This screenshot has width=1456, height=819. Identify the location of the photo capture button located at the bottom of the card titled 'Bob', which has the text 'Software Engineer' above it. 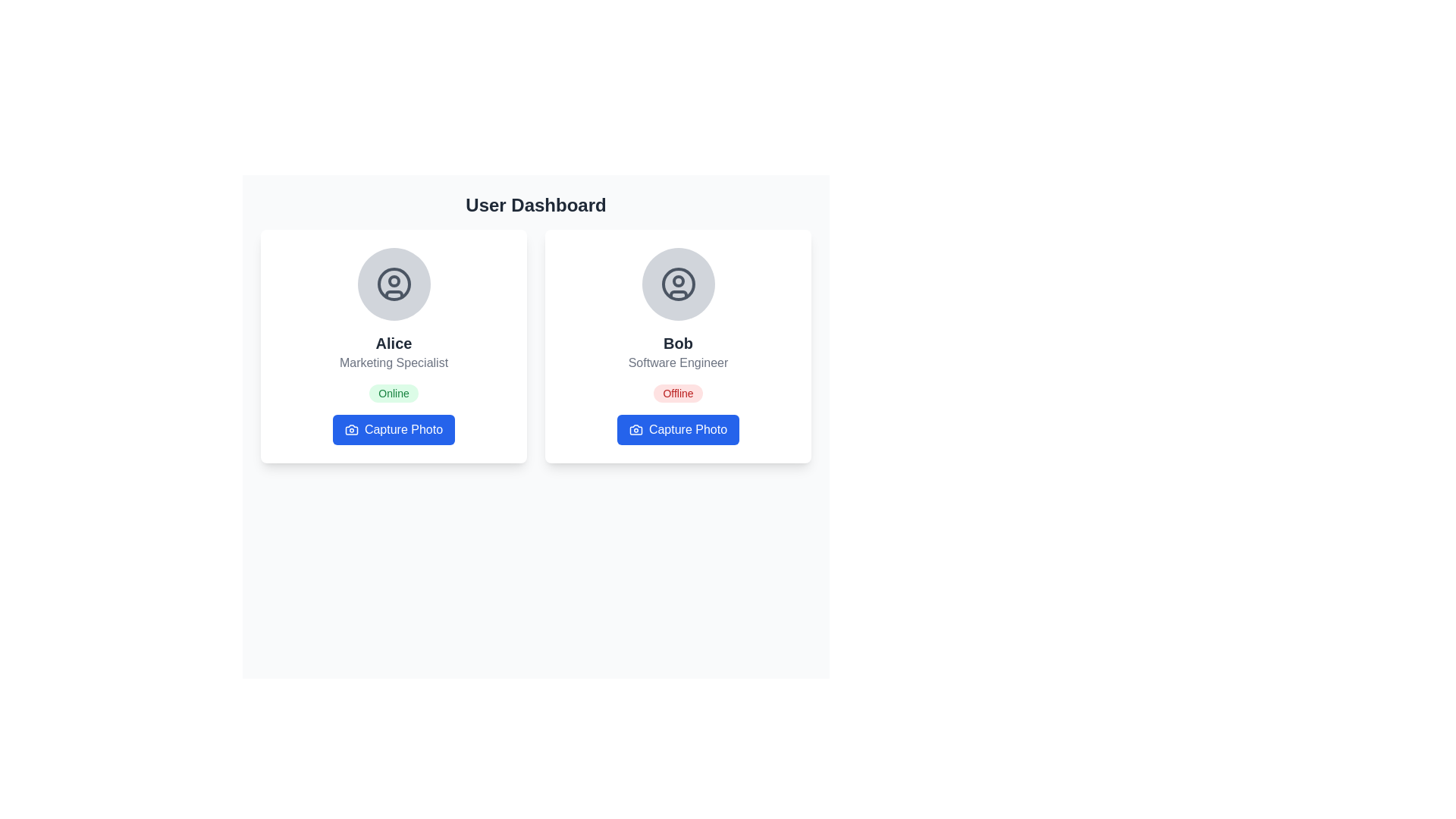
(677, 430).